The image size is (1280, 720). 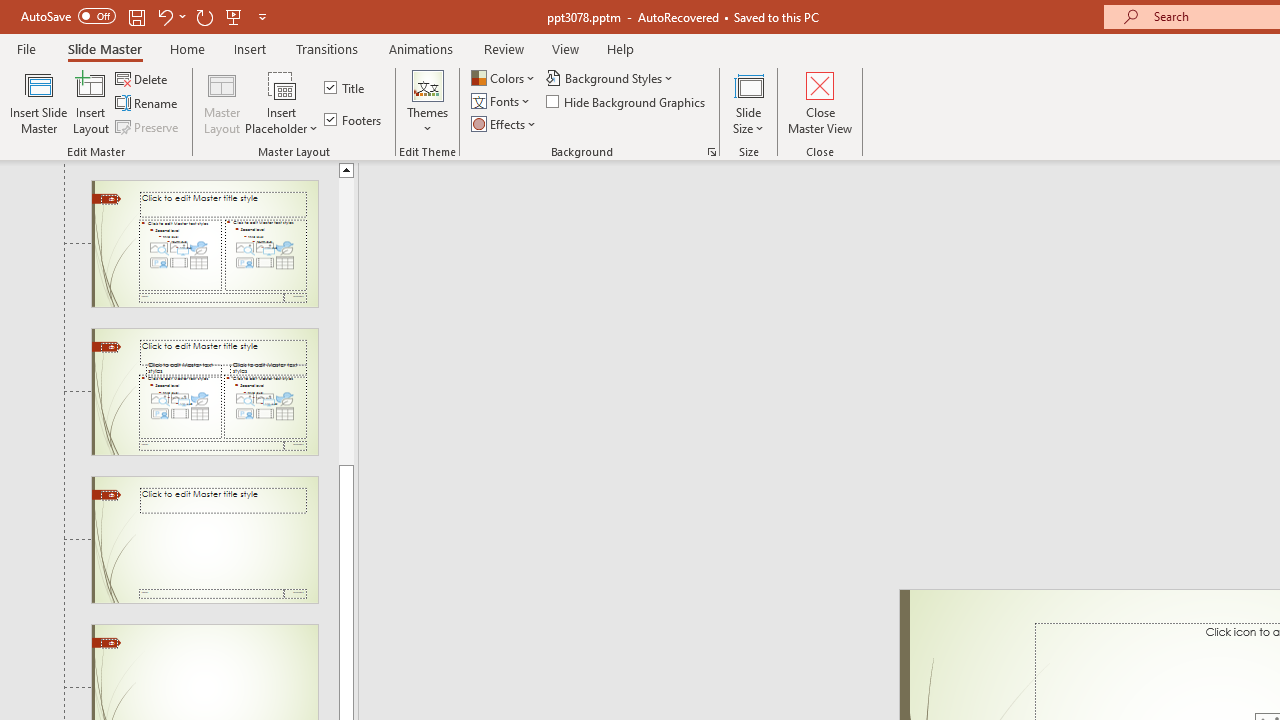 I want to click on 'Insert Placeholder', so click(x=281, y=103).